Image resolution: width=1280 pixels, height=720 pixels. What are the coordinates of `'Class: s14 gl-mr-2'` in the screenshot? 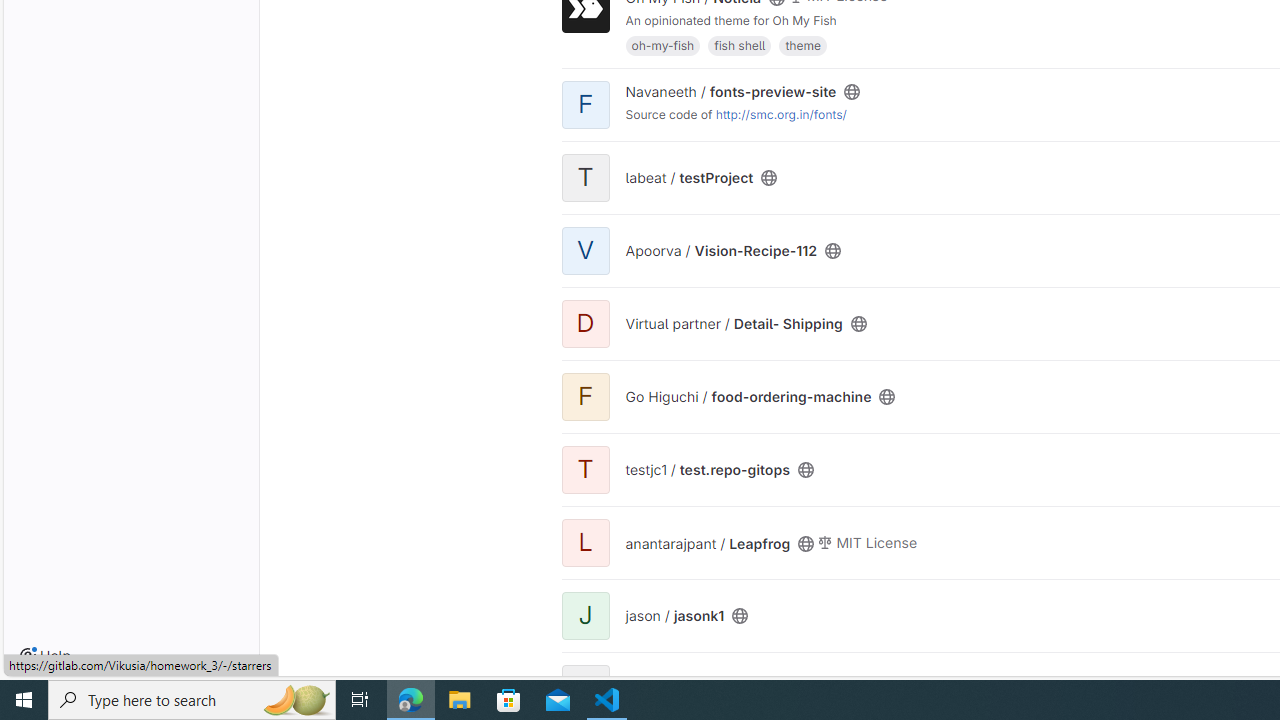 It's located at (825, 542).